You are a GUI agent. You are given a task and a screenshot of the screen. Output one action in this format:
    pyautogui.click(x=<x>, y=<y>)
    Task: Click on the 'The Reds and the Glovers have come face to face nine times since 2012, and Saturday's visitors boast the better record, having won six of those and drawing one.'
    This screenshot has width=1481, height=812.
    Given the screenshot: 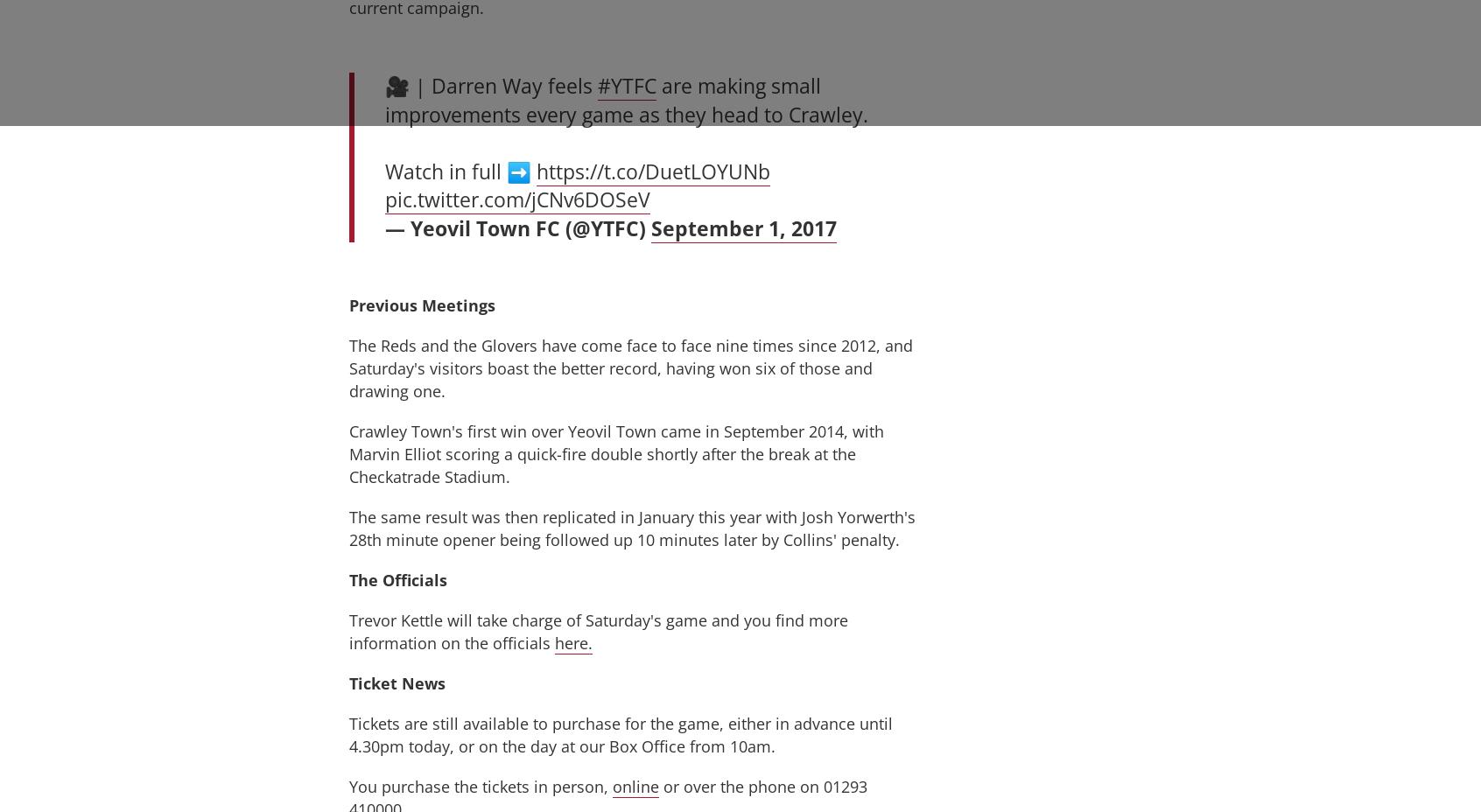 What is the action you would take?
    pyautogui.click(x=629, y=368)
    